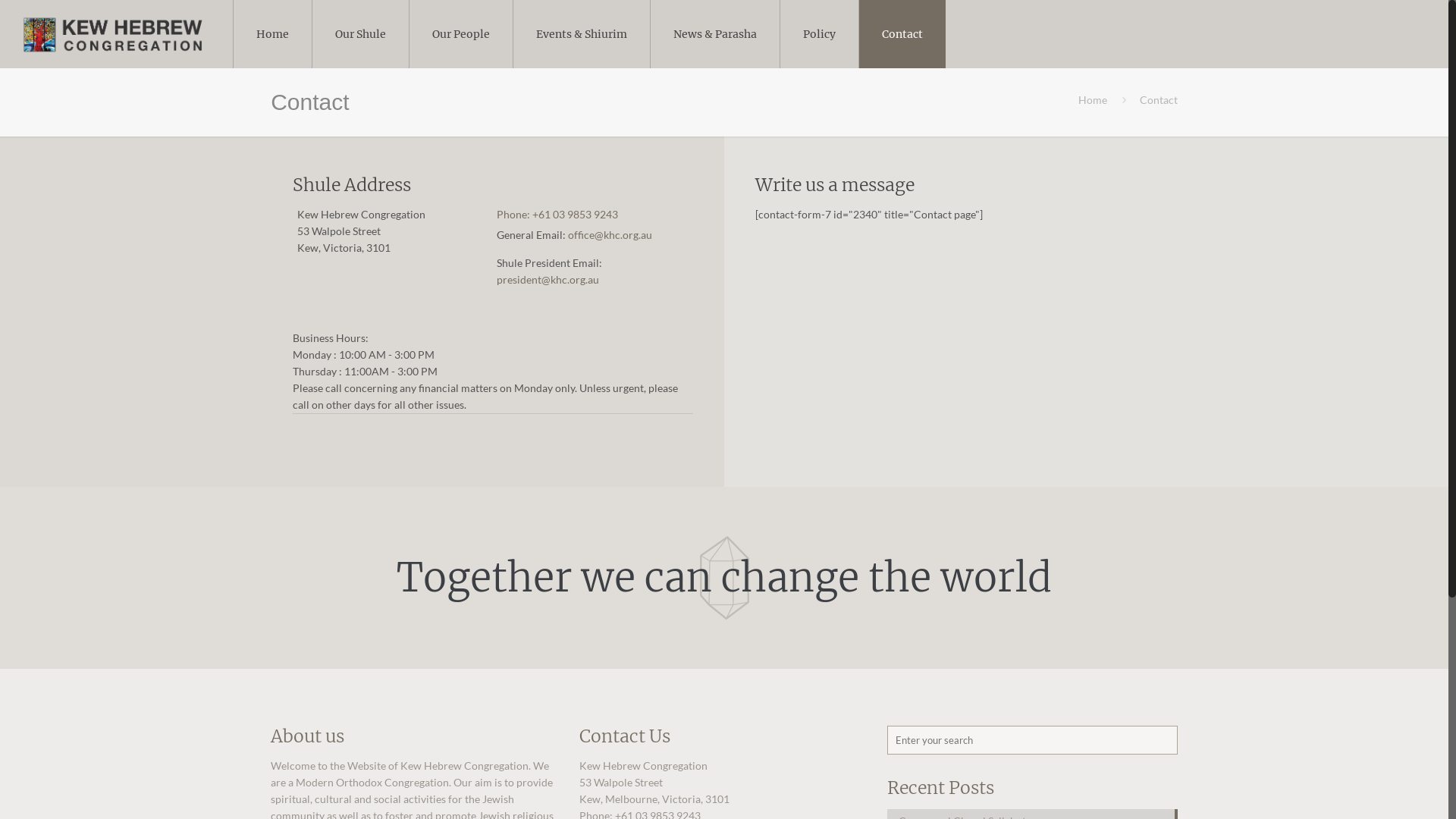 The height and width of the screenshot is (819, 1456). I want to click on 'Kew Hebrew Congregation', so click(111, 34).